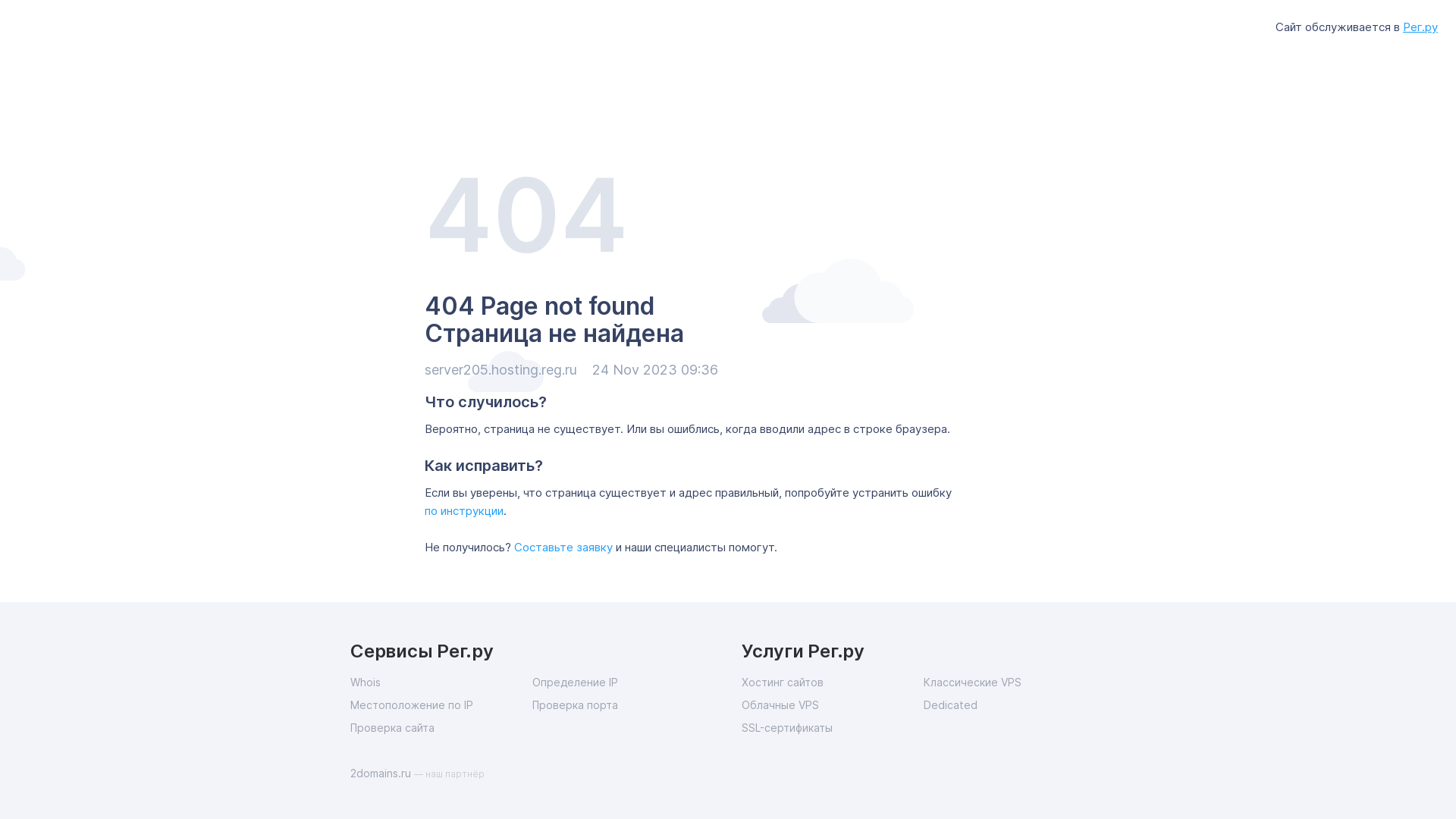 The height and width of the screenshot is (819, 1456). I want to click on 'Dedicated', so click(1015, 704).